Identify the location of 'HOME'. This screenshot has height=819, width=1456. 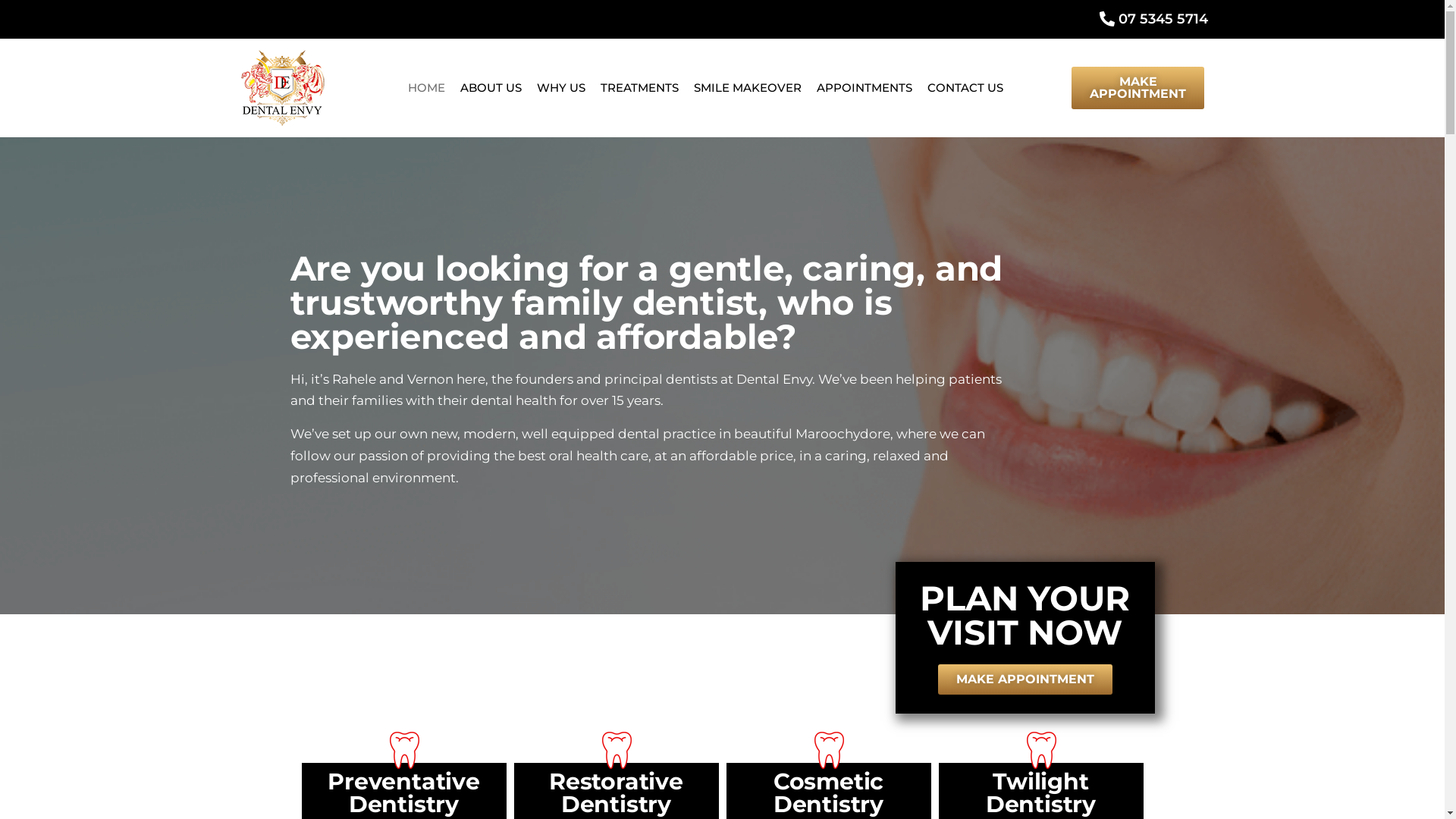
(400, 87).